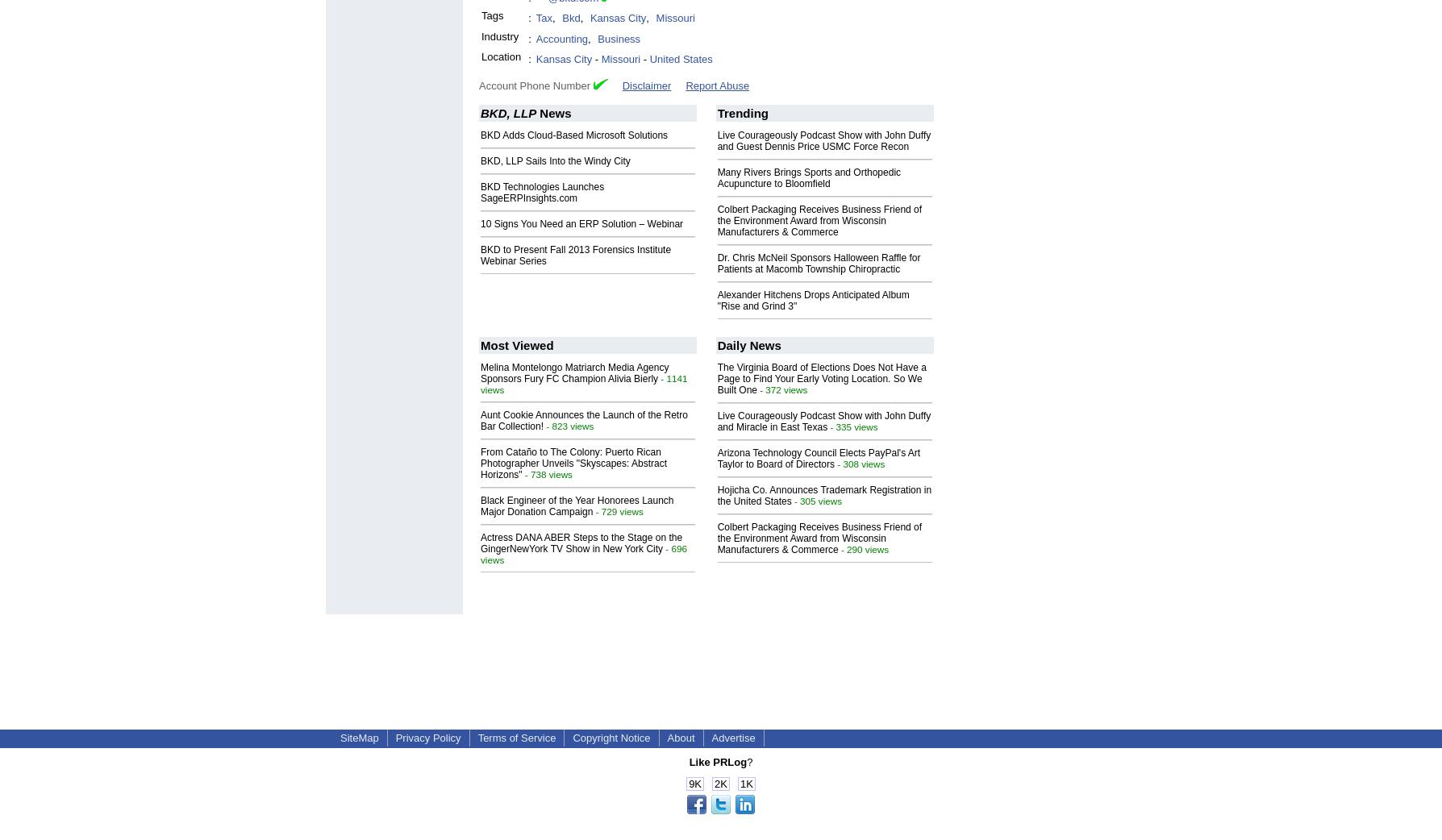  I want to click on 'Location', so click(501, 56).